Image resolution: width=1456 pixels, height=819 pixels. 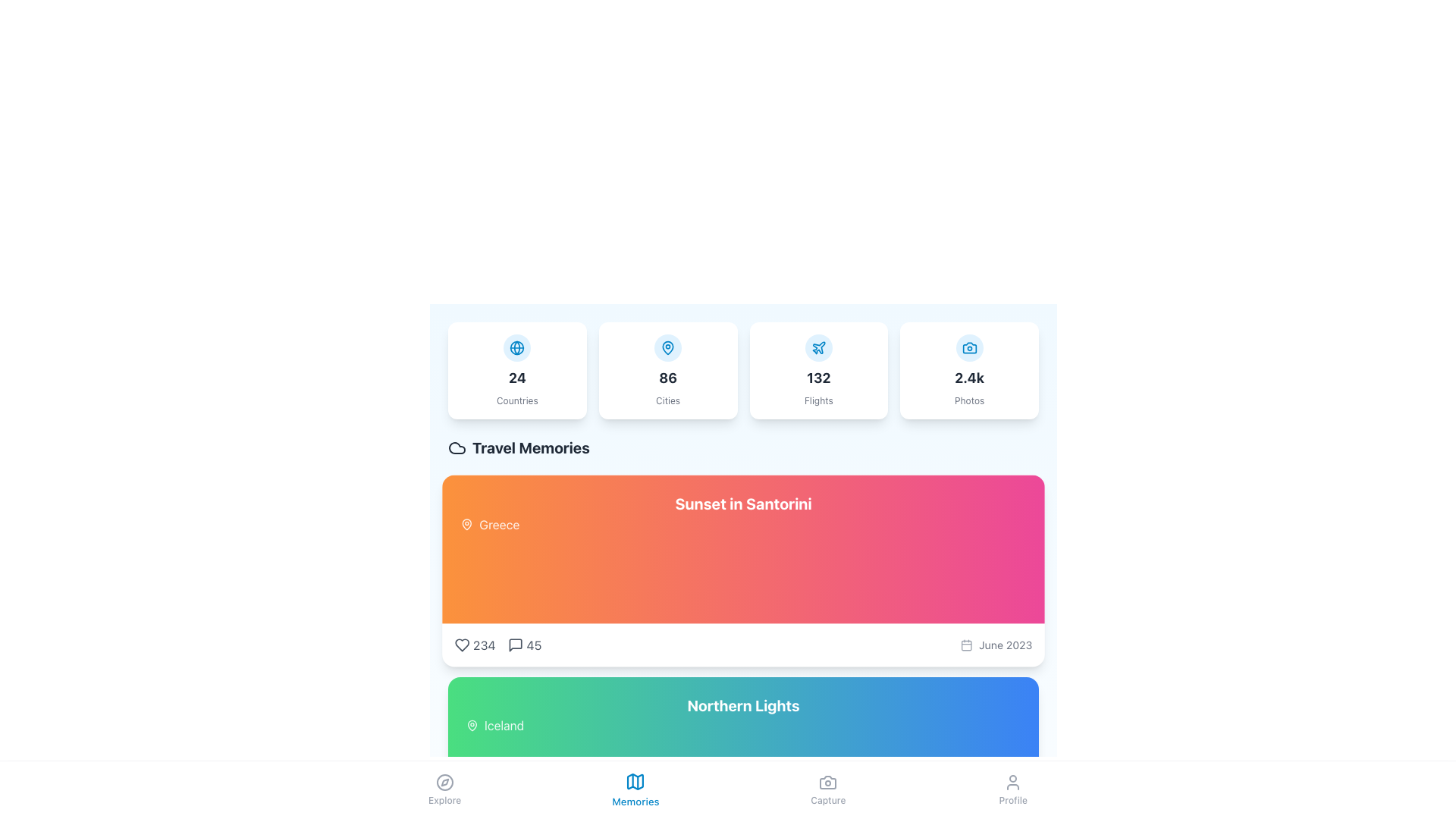 What do you see at coordinates (534, 645) in the screenshot?
I see `the static text display showing the number '45', which is located beneath the 'Sunset in Santorini' section in the 'Travel Memories' group, to the right of the speech bubble icon` at bounding box center [534, 645].